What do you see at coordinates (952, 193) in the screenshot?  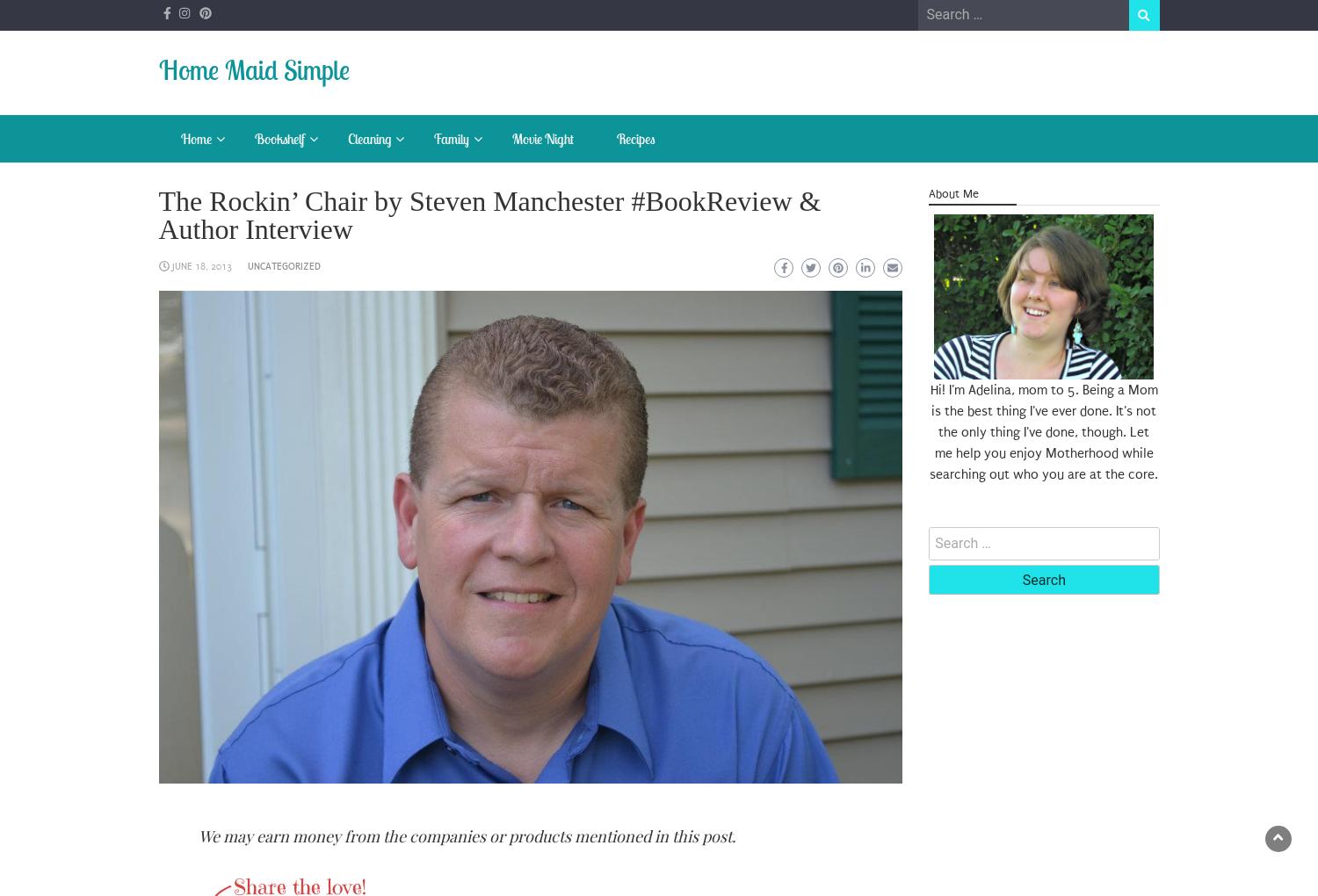 I see `'About Me'` at bounding box center [952, 193].